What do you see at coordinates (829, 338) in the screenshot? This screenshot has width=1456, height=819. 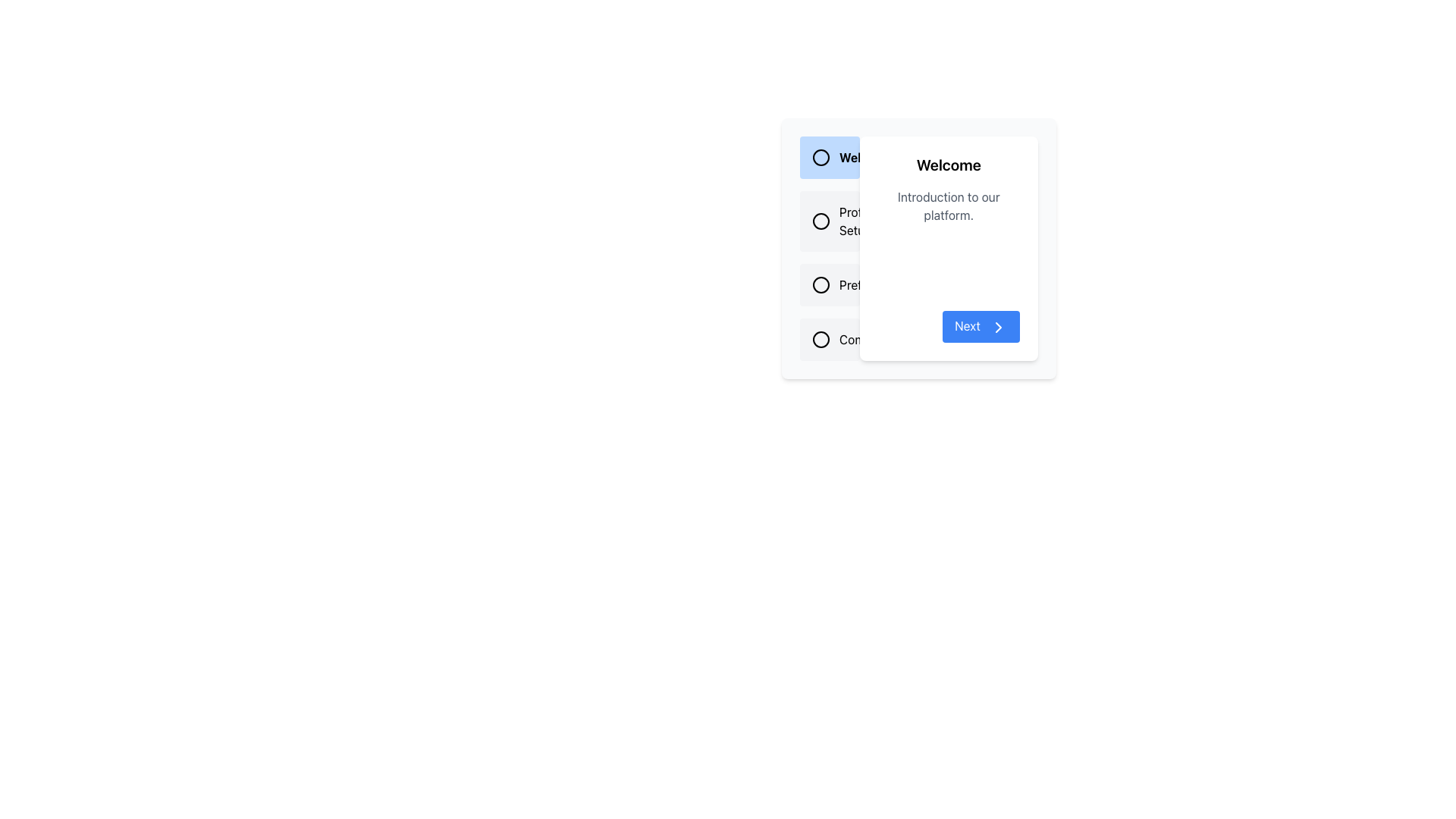 I see `the fourth option item in the vertically stacked list` at bounding box center [829, 338].